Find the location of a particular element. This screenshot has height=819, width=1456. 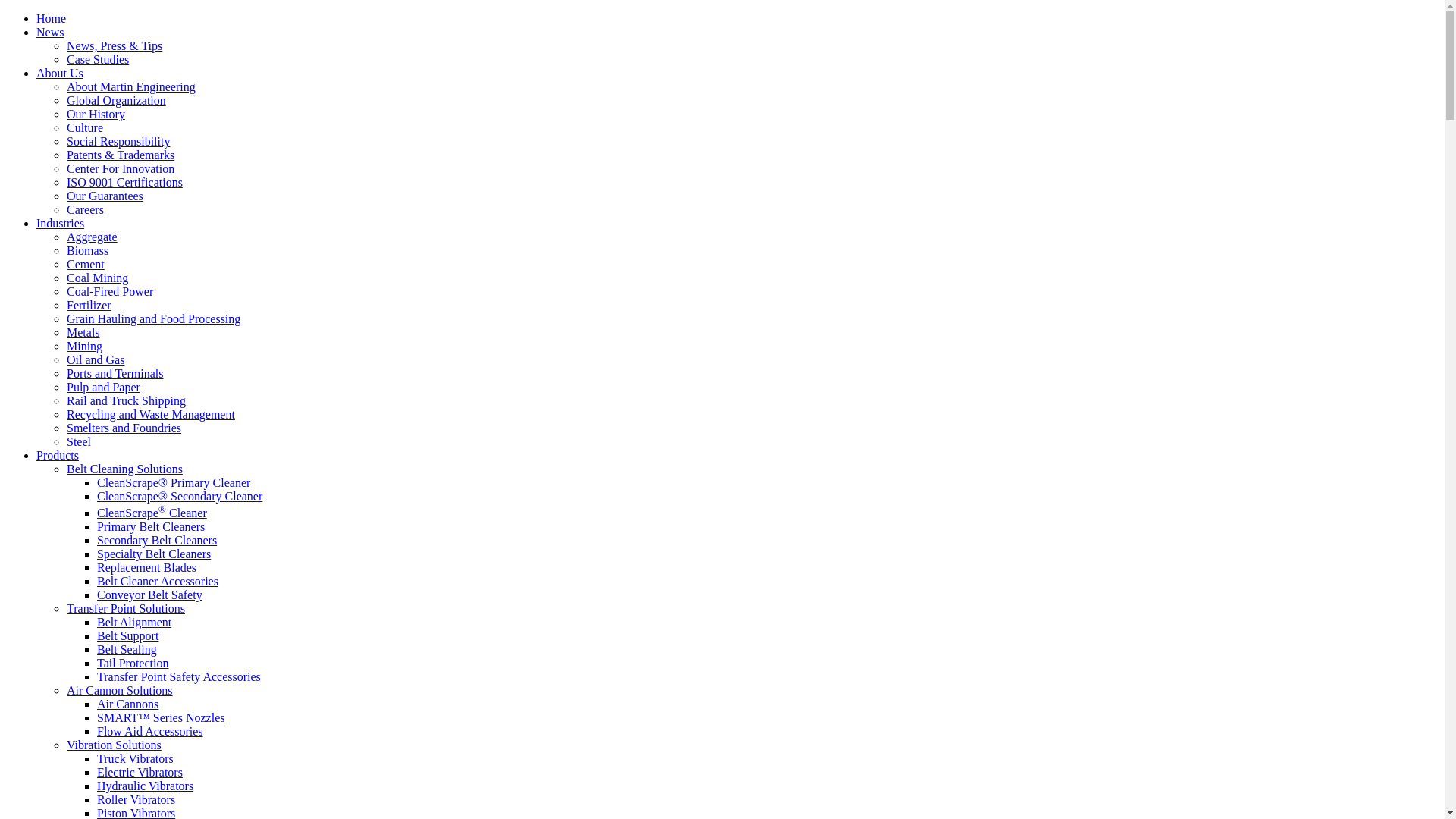

'Culture' is located at coordinates (83, 127).